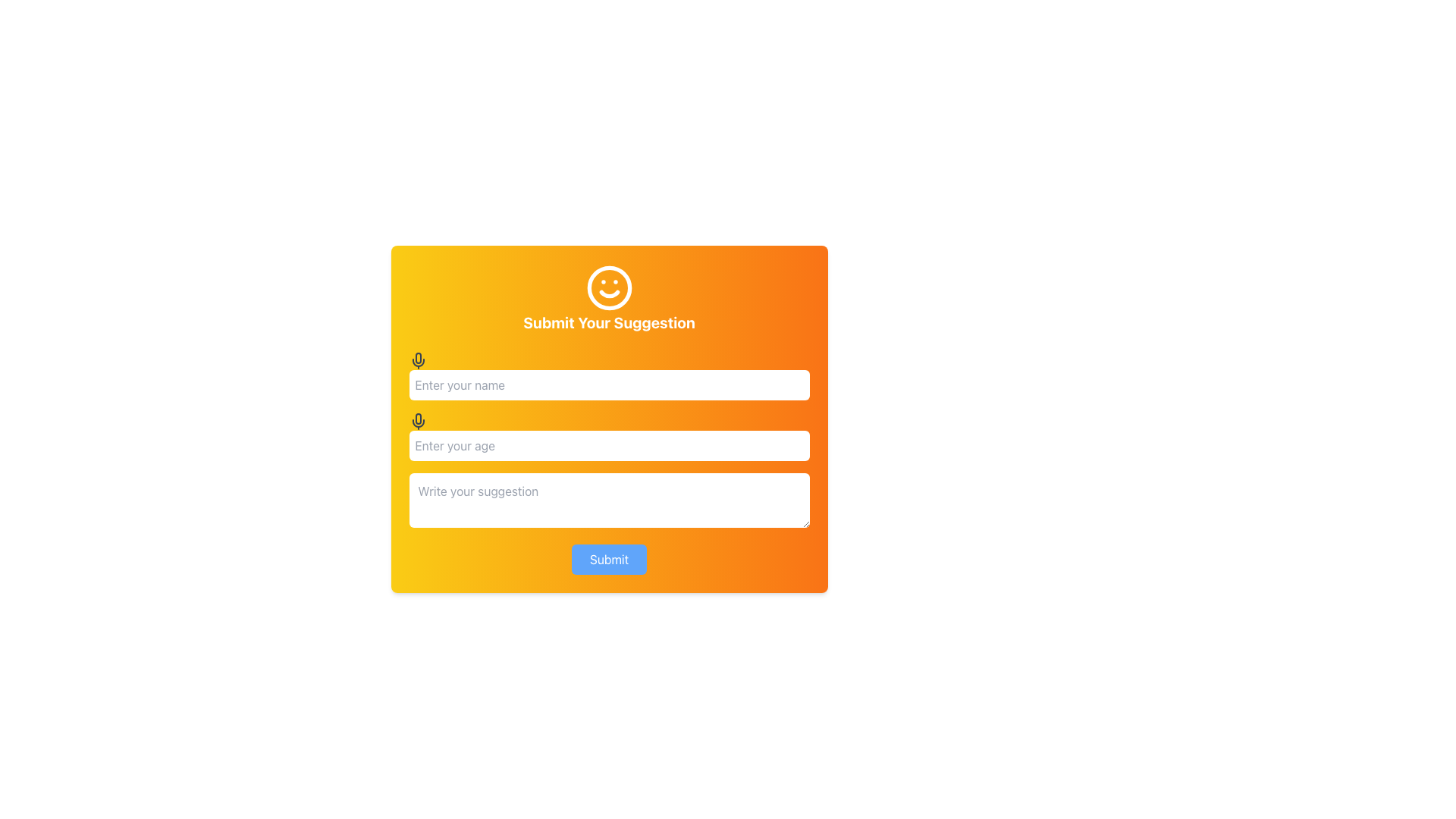 The width and height of the screenshot is (1456, 819). What do you see at coordinates (418, 421) in the screenshot?
I see `the gray microphone icon located to the left of the input field with the placeholder 'Enter your age'` at bounding box center [418, 421].